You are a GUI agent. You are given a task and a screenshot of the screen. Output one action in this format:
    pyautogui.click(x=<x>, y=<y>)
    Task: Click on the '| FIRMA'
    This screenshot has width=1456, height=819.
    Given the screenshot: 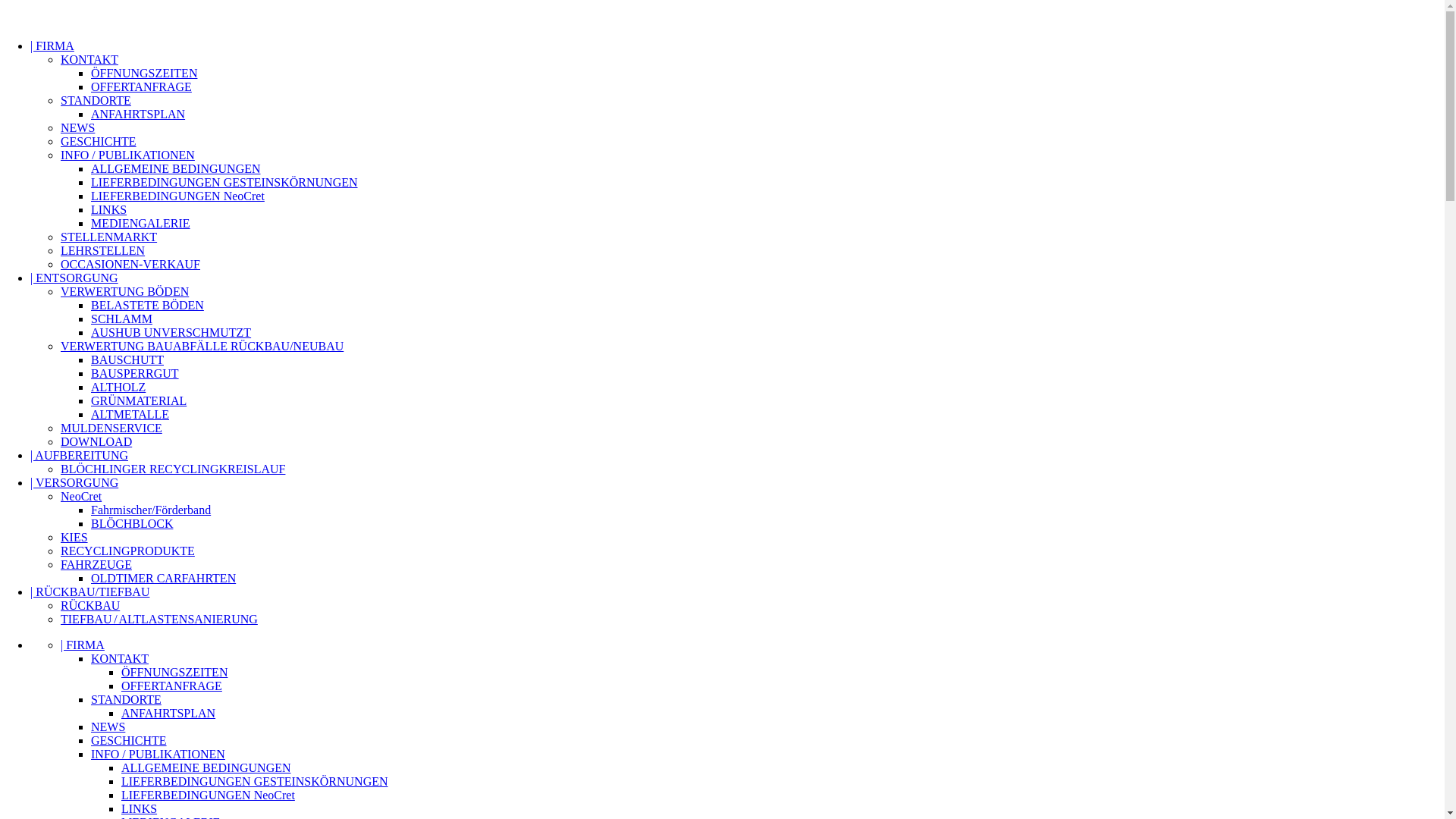 What is the action you would take?
    pyautogui.click(x=52, y=45)
    